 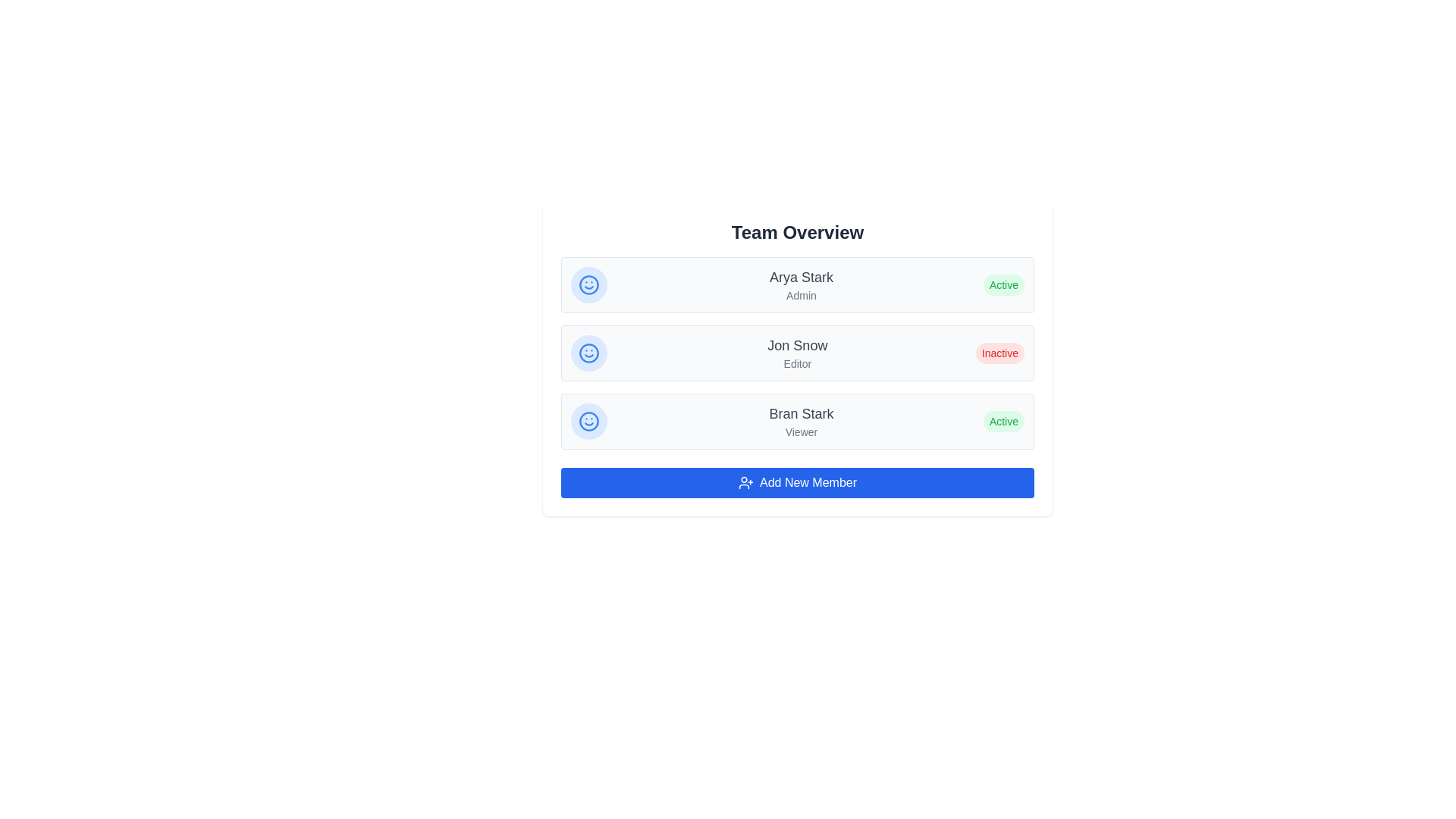 I want to click on the 'Add New Member' button, which is a rounded rectangular button with a blue background and white text, located at the bottom of the 'Team Overview' section, so click(x=796, y=482).